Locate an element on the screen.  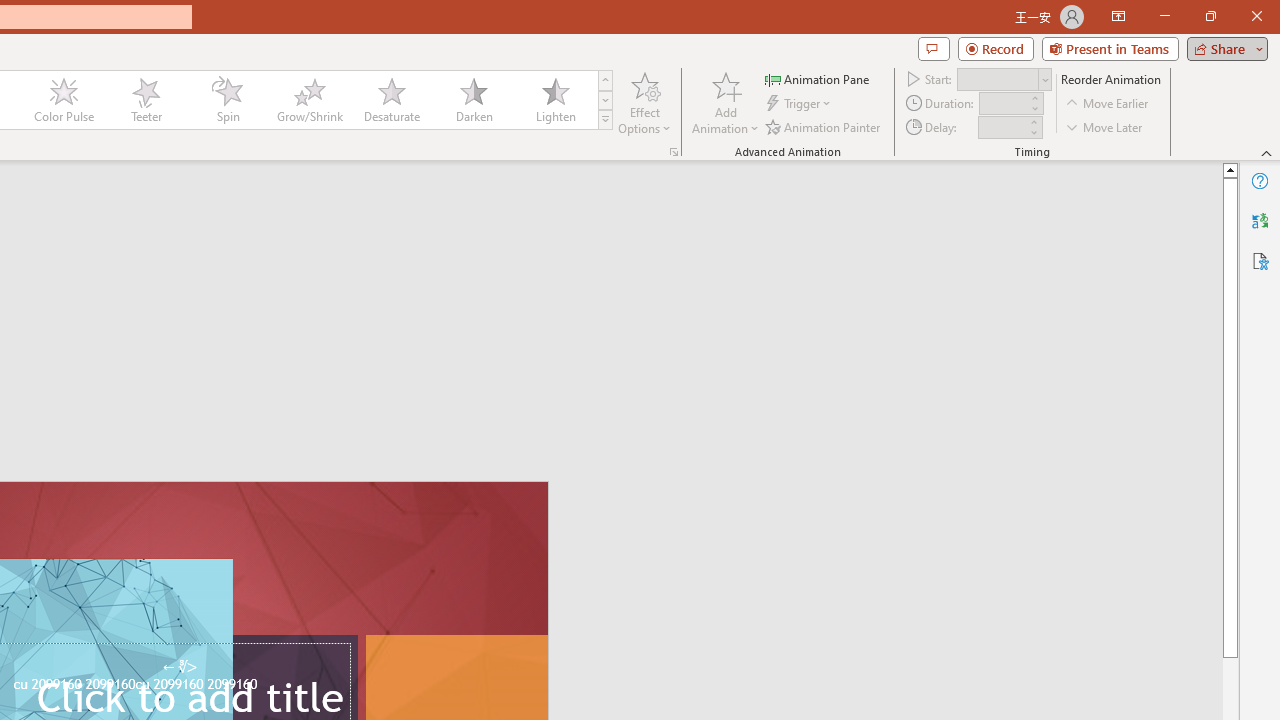
'Effect Options' is located at coordinates (645, 103).